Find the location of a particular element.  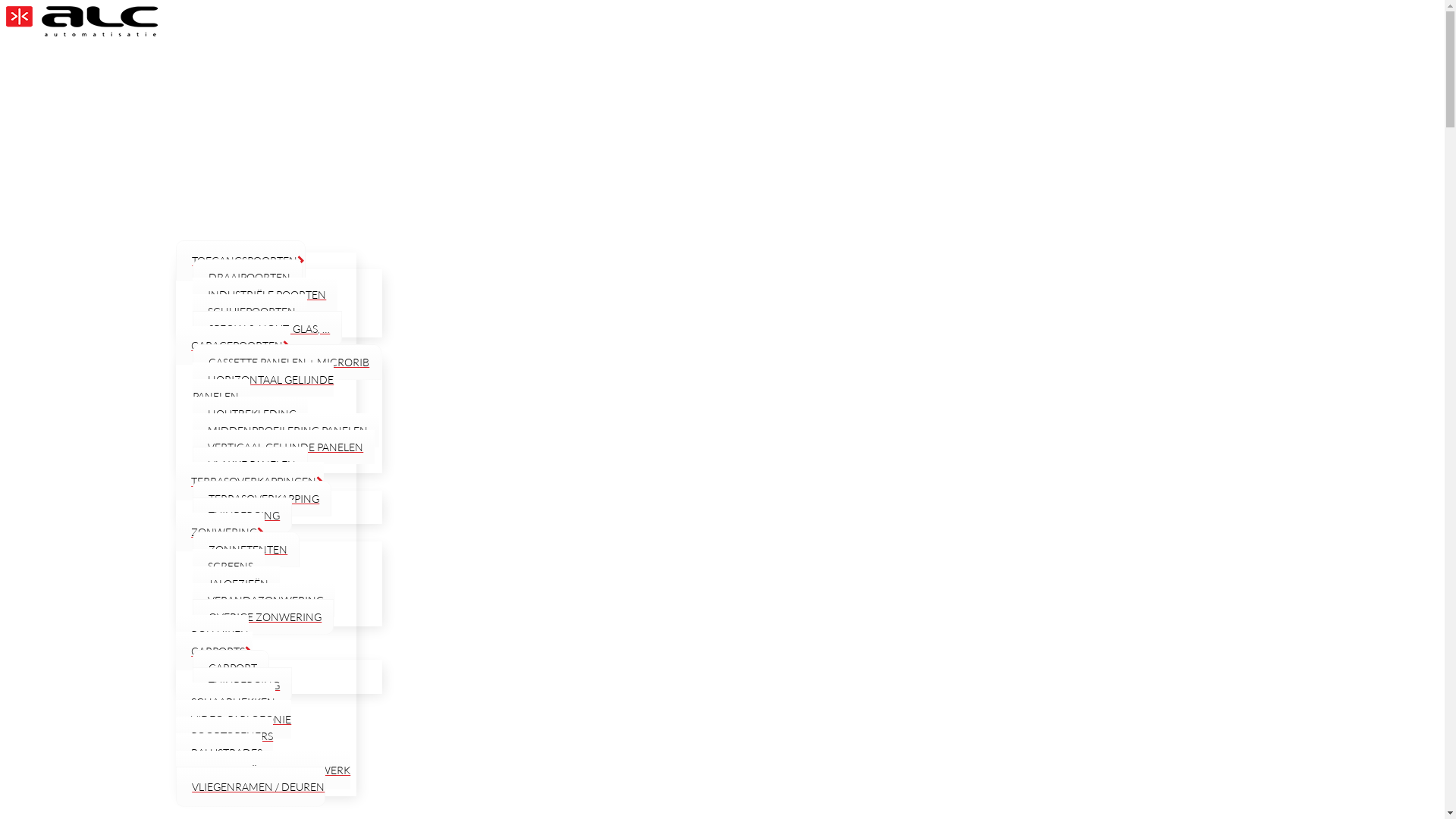

'VERANDAZONWERING' is located at coordinates (263, 599).